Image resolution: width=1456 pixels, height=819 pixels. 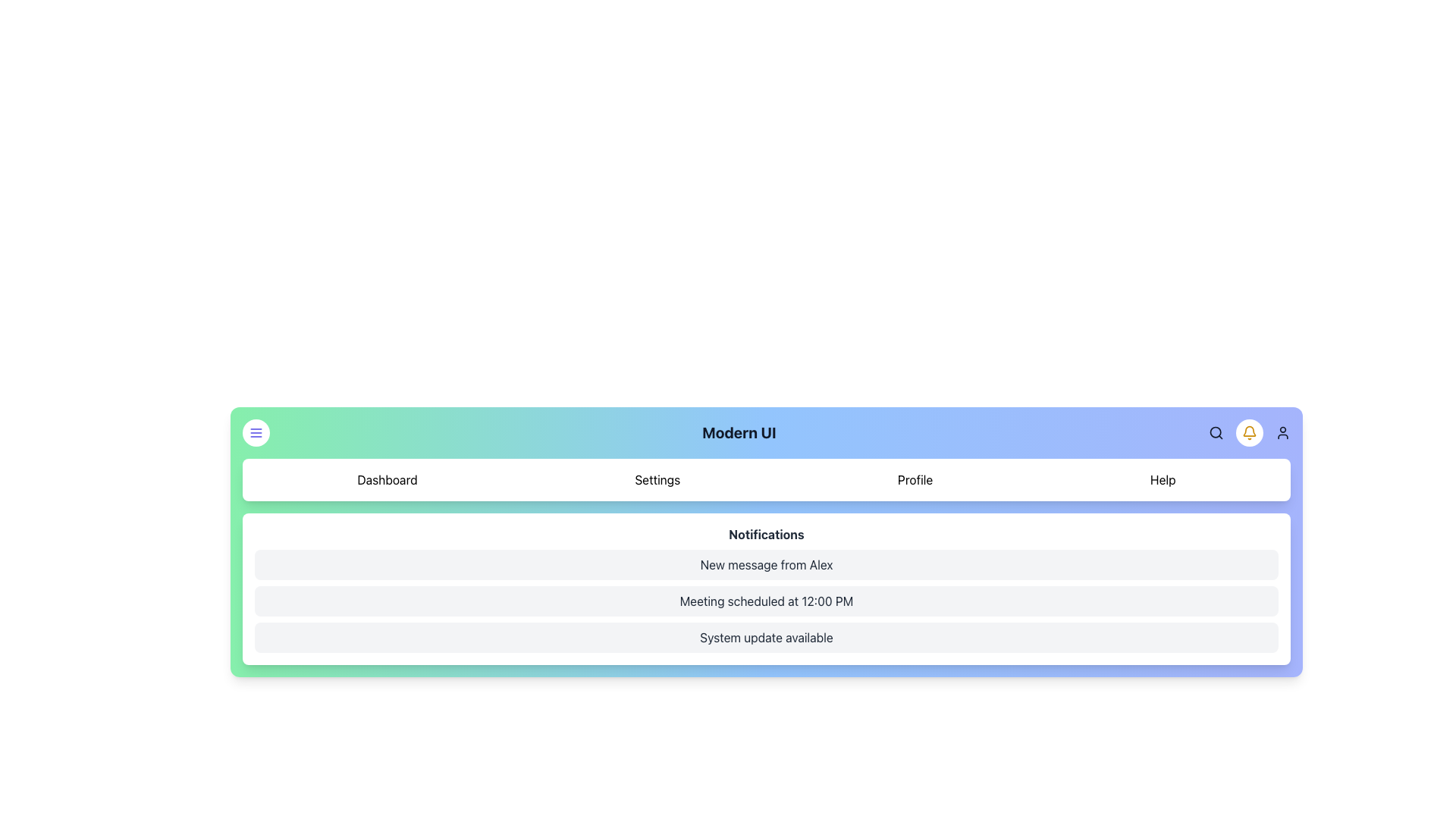 What do you see at coordinates (767, 601) in the screenshot?
I see `the notification bar containing the text 'Meeting scheduled at 12:00 PM', which is styled with a gray background and rounded corners, positioned below 'New message from Alex'` at bounding box center [767, 601].